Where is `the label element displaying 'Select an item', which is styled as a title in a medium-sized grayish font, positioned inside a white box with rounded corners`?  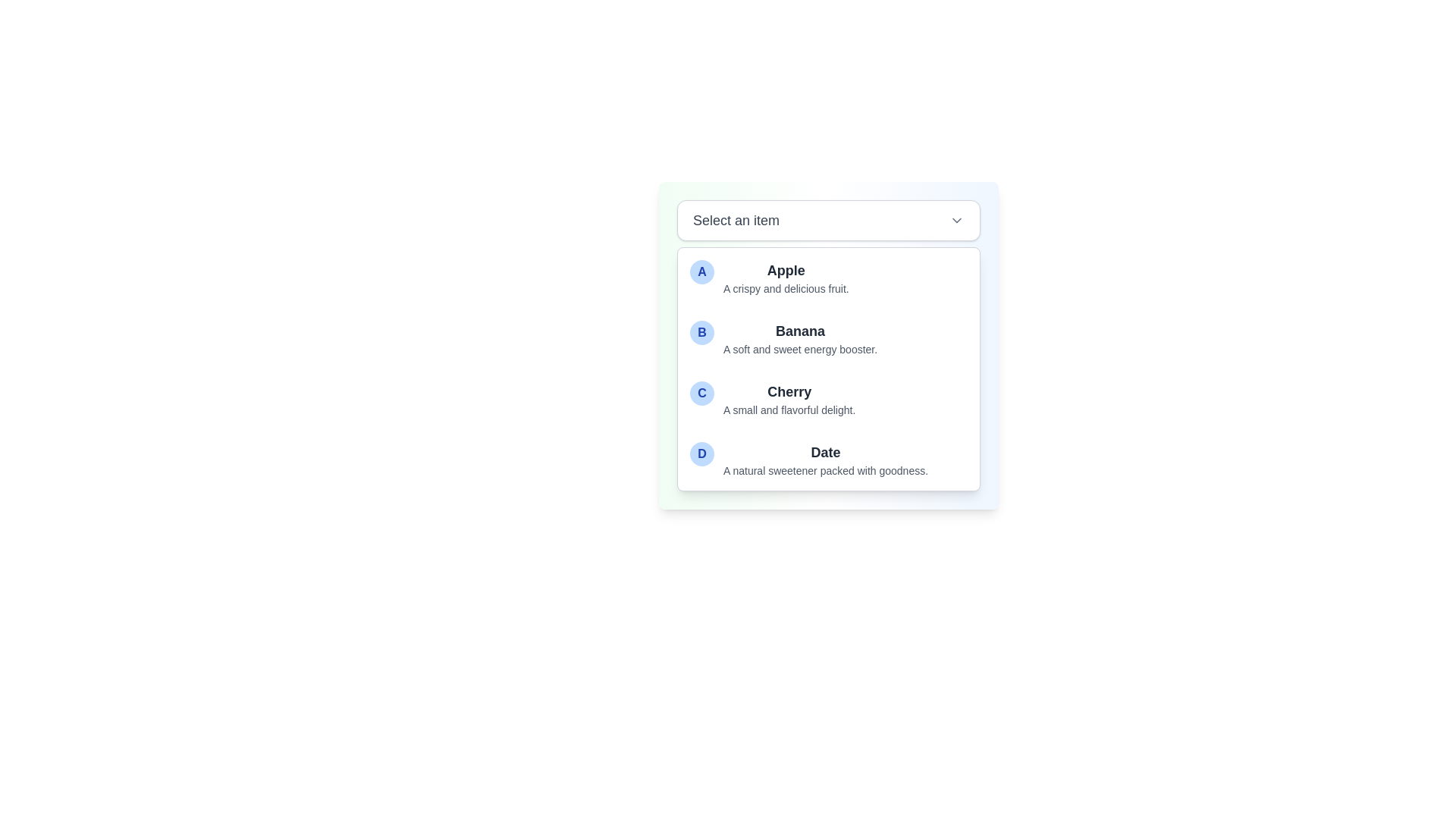 the label element displaying 'Select an item', which is styled as a title in a medium-sized grayish font, positioned inside a white box with rounded corners is located at coordinates (736, 220).